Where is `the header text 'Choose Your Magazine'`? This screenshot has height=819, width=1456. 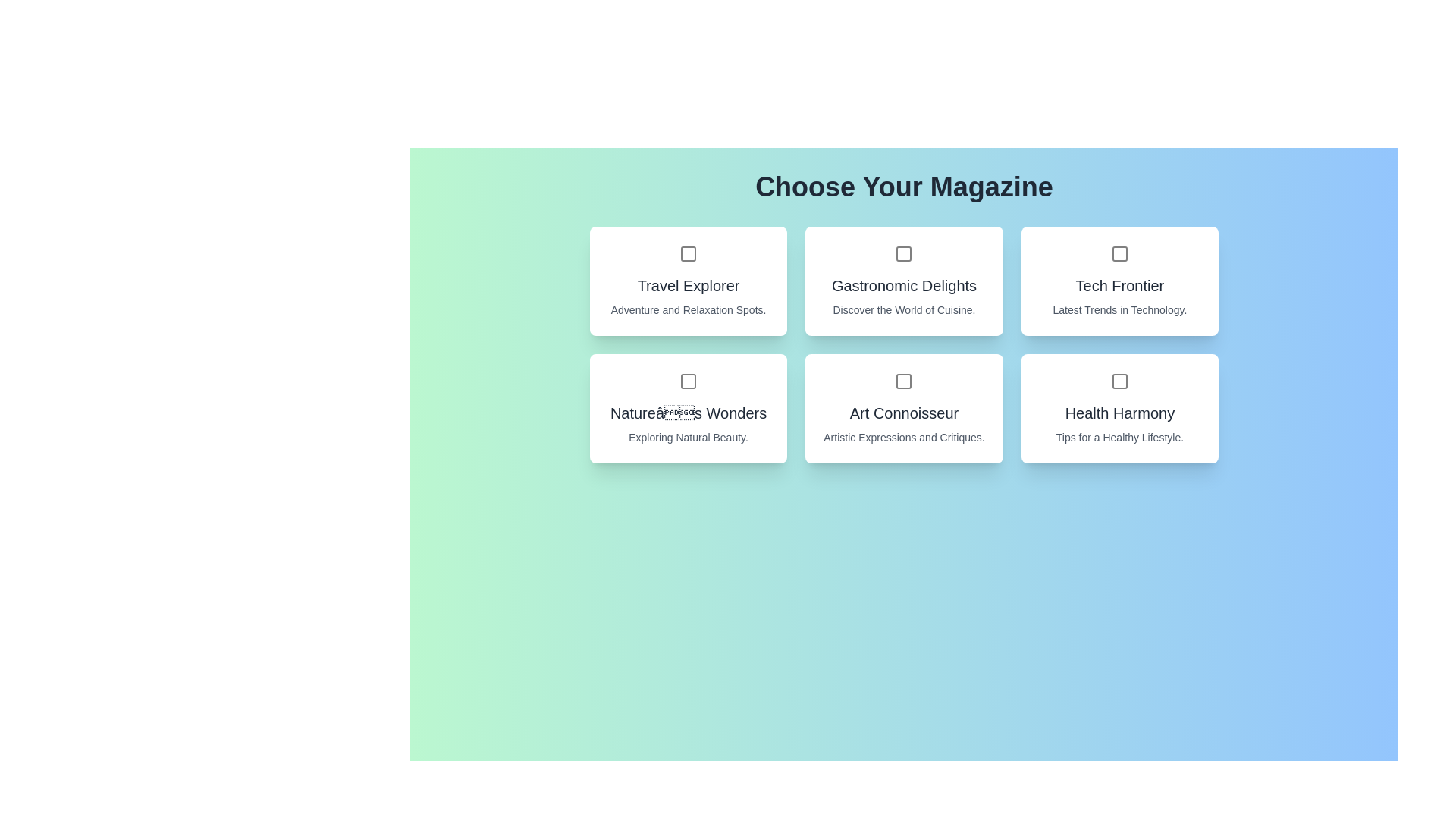
the header text 'Choose Your Magazine' is located at coordinates (904, 186).